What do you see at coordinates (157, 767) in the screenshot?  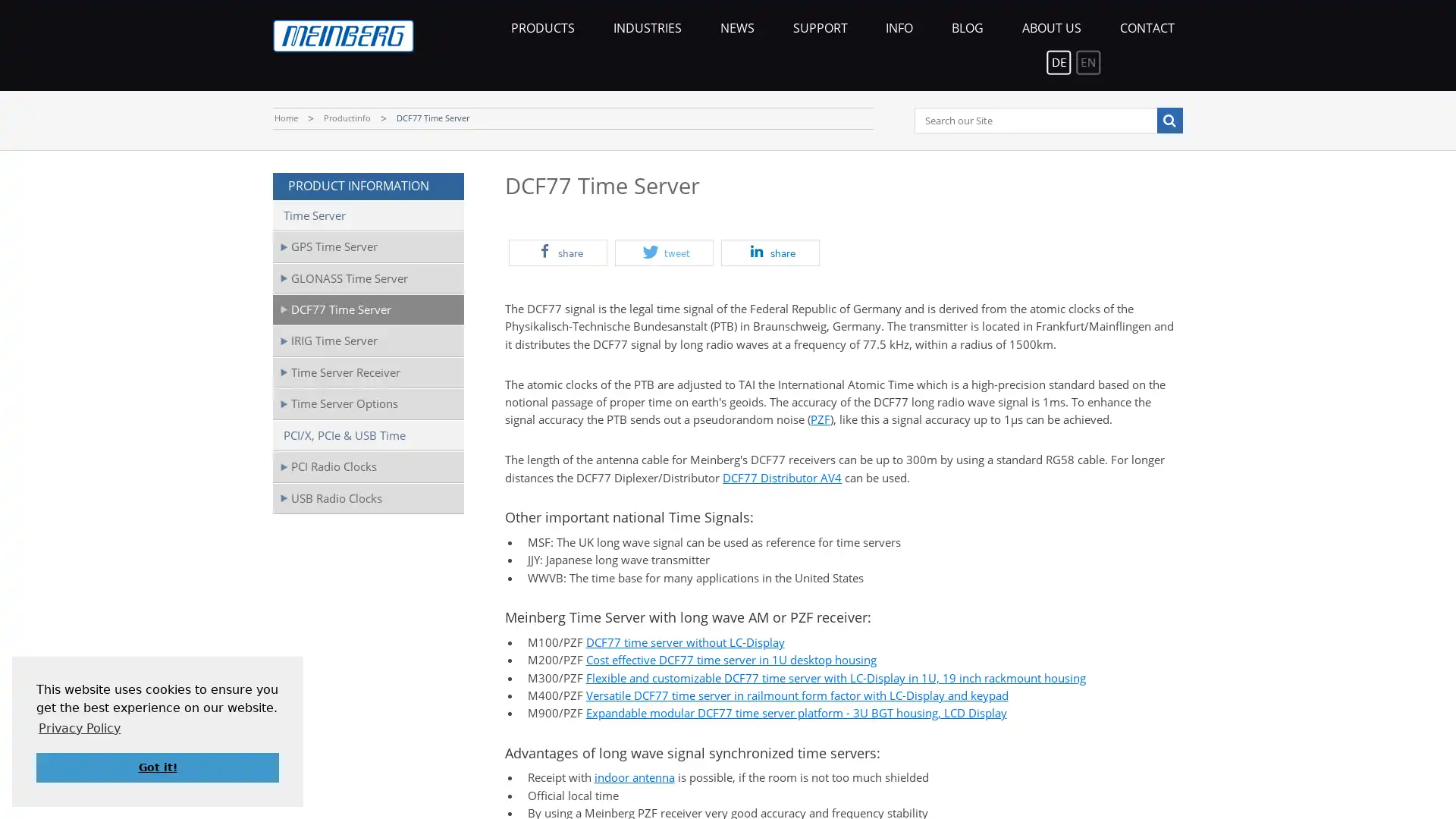 I see `dismiss cookie message` at bounding box center [157, 767].